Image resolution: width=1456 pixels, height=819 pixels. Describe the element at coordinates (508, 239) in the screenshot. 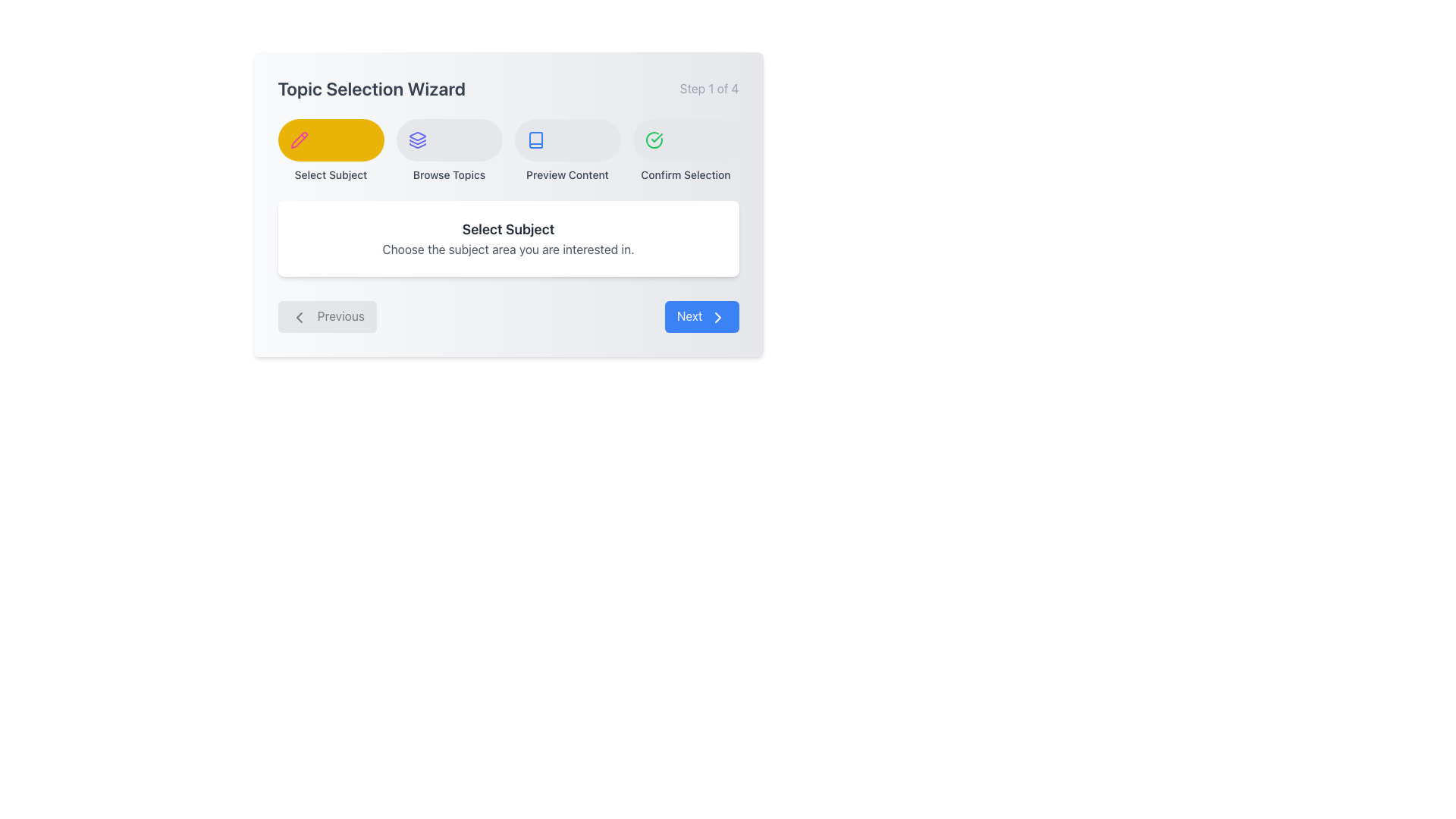

I see `the informational card located centrally beneath the 'Topic Selection Wizard' title section, which provides introductory context for selecting a subject in the wizard` at that location.